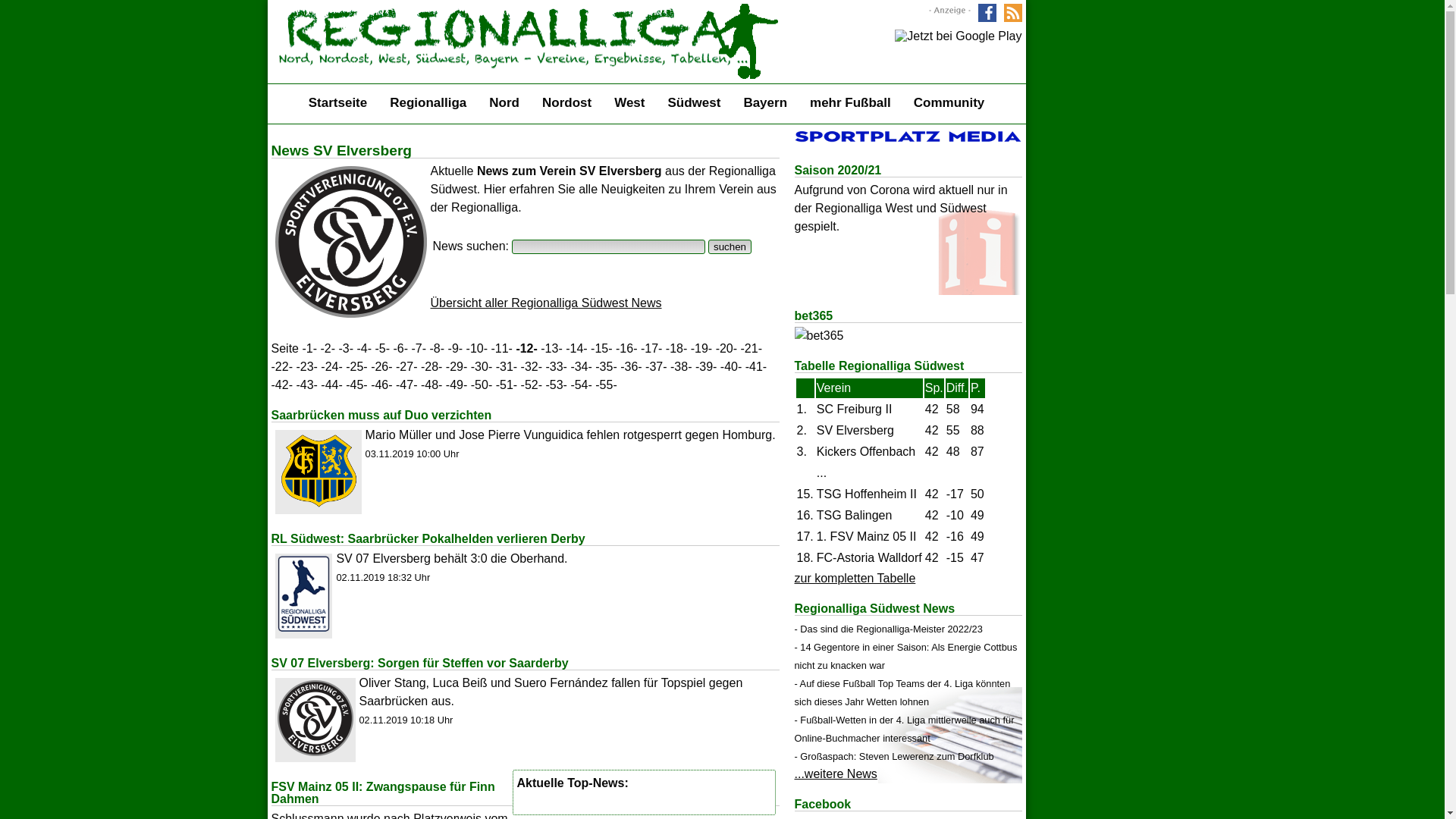 This screenshot has width=1456, height=819. I want to click on '-30-', so click(469, 366).